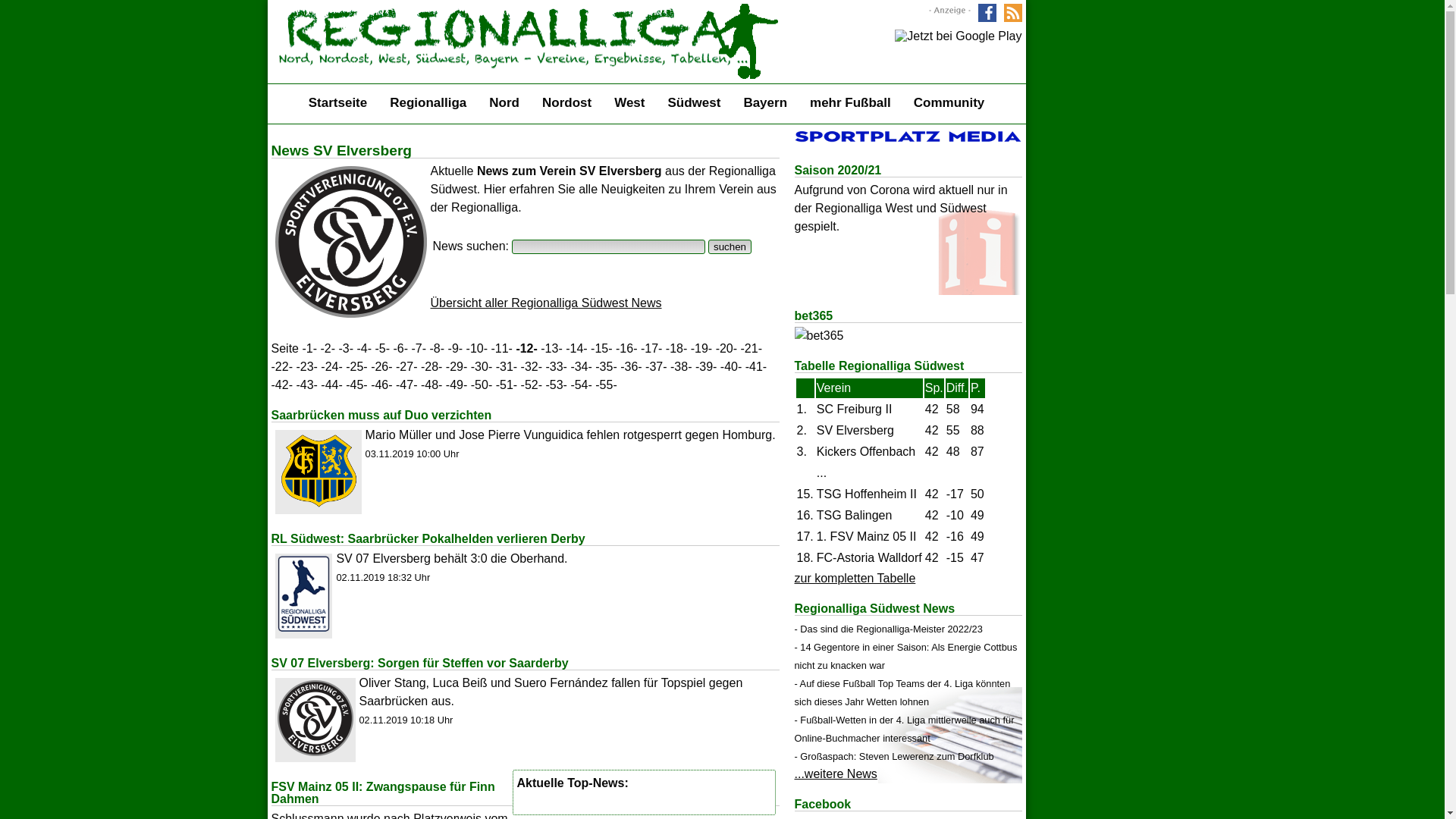 This screenshot has width=1456, height=819. I want to click on '-30-', so click(469, 366).